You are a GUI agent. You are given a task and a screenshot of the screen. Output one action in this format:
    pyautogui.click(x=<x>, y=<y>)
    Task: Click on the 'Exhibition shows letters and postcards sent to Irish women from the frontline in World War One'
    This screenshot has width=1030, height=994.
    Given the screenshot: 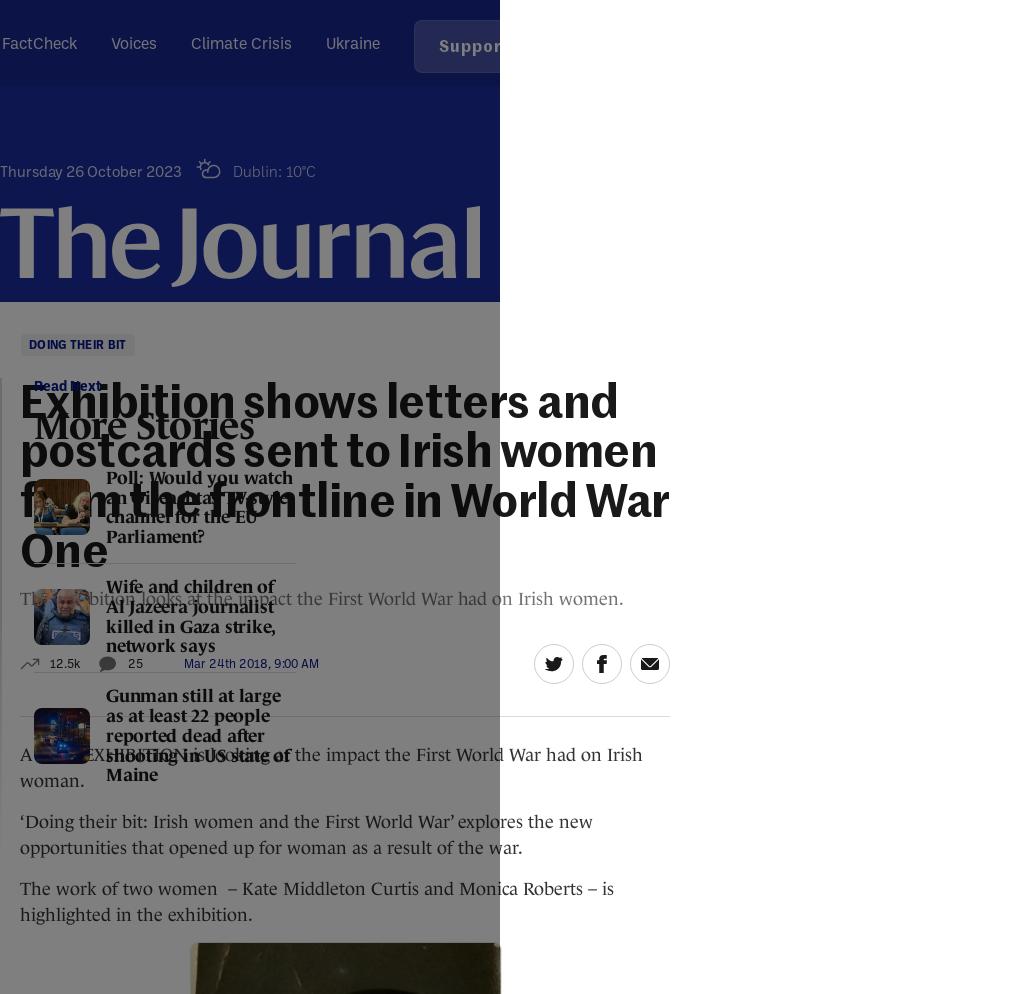 What is the action you would take?
    pyautogui.click(x=344, y=477)
    